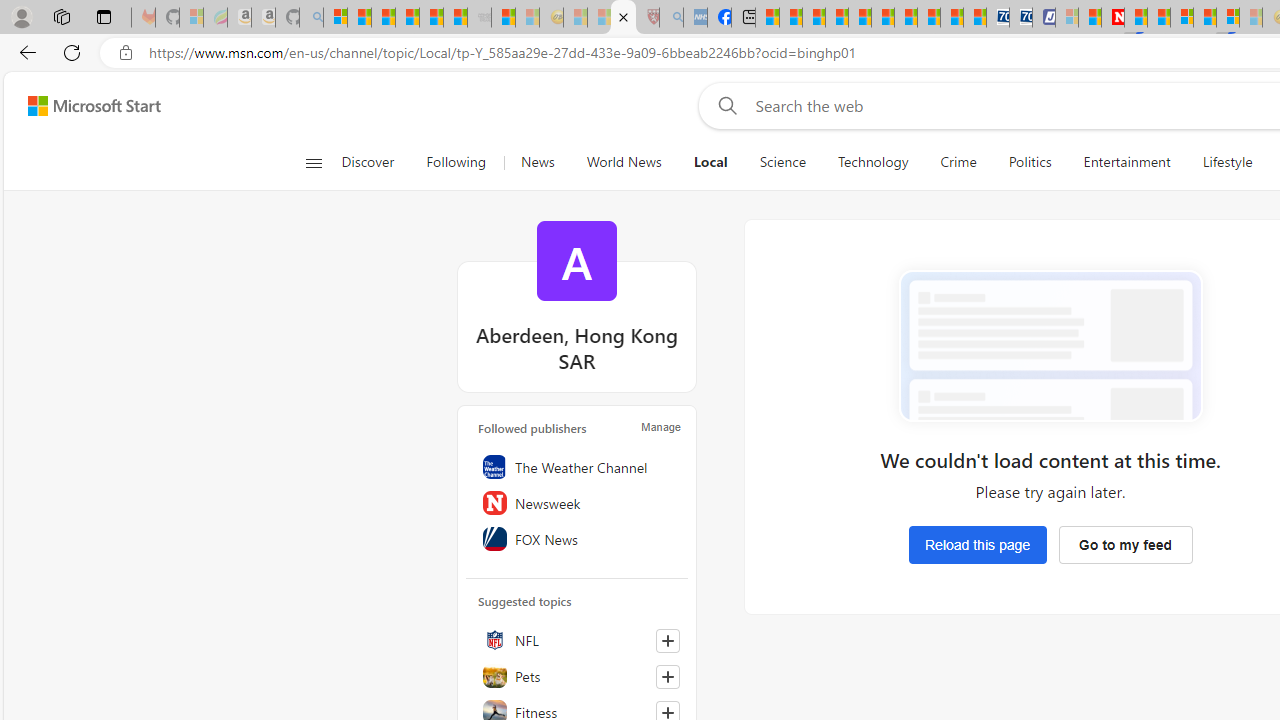 The height and width of the screenshot is (720, 1280). Describe the element at coordinates (576, 501) in the screenshot. I see `'Newsweek'` at that location.